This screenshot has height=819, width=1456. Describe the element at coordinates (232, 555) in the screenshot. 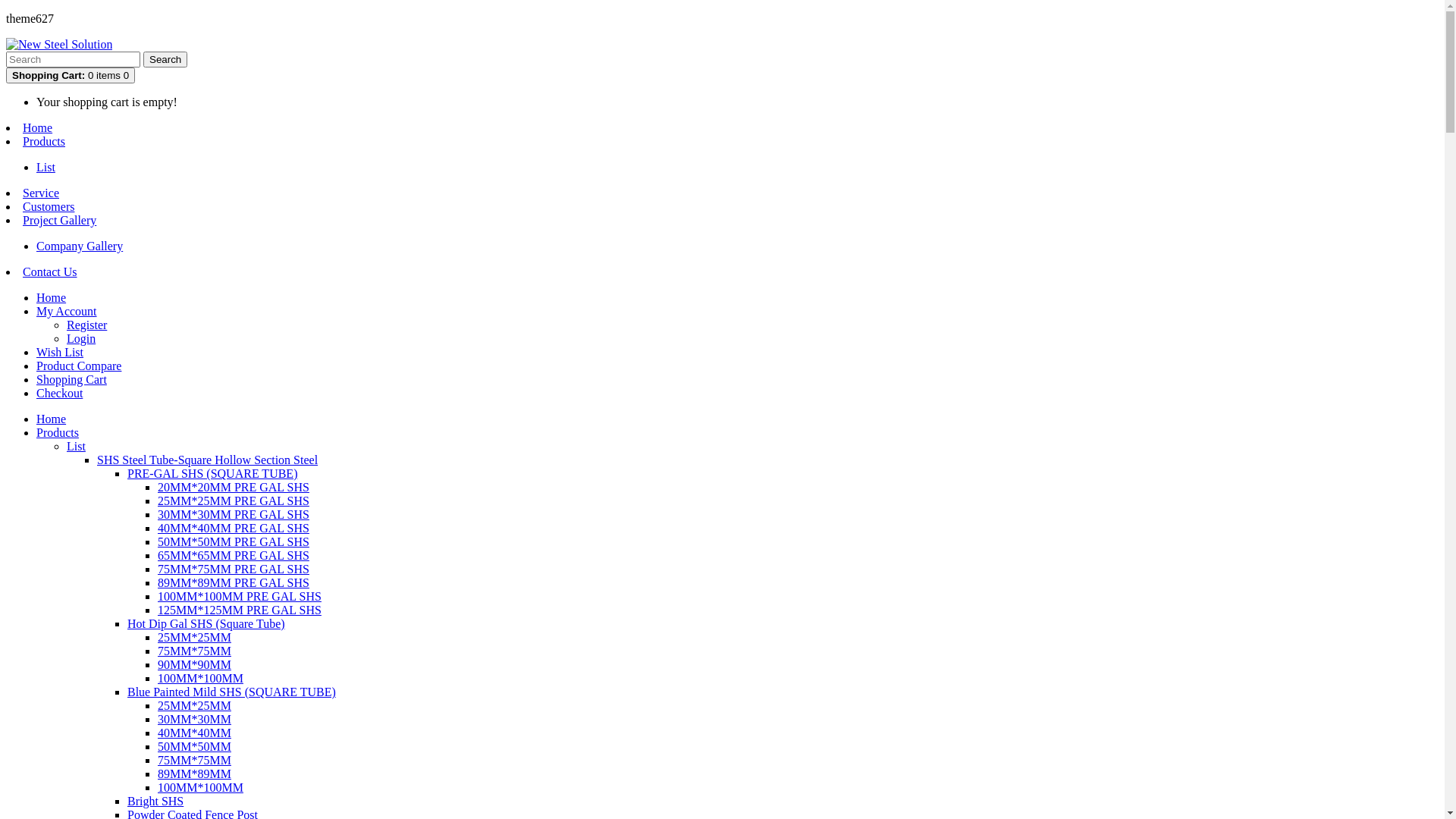

I see `'65MM*65MM PRE GAL SHS'` at that location.